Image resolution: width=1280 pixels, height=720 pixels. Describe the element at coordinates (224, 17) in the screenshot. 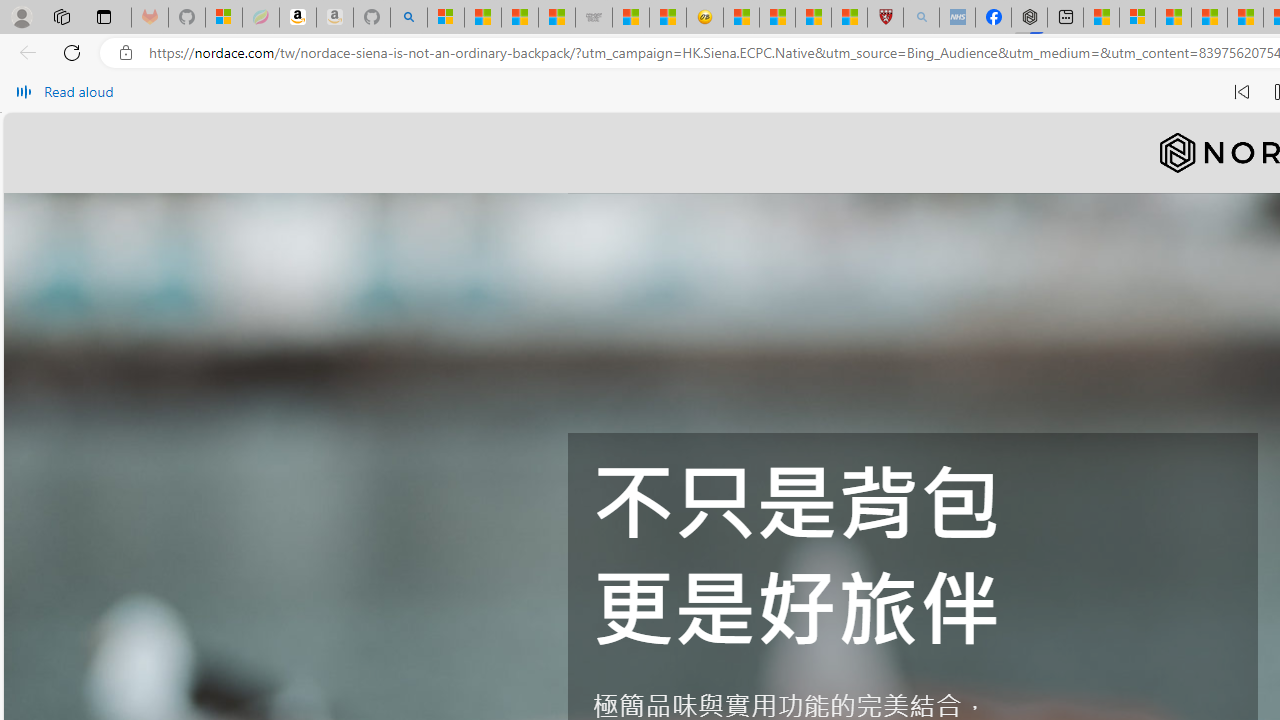

I see `'Microsoft-Report a Concern to Bing'` at that location.